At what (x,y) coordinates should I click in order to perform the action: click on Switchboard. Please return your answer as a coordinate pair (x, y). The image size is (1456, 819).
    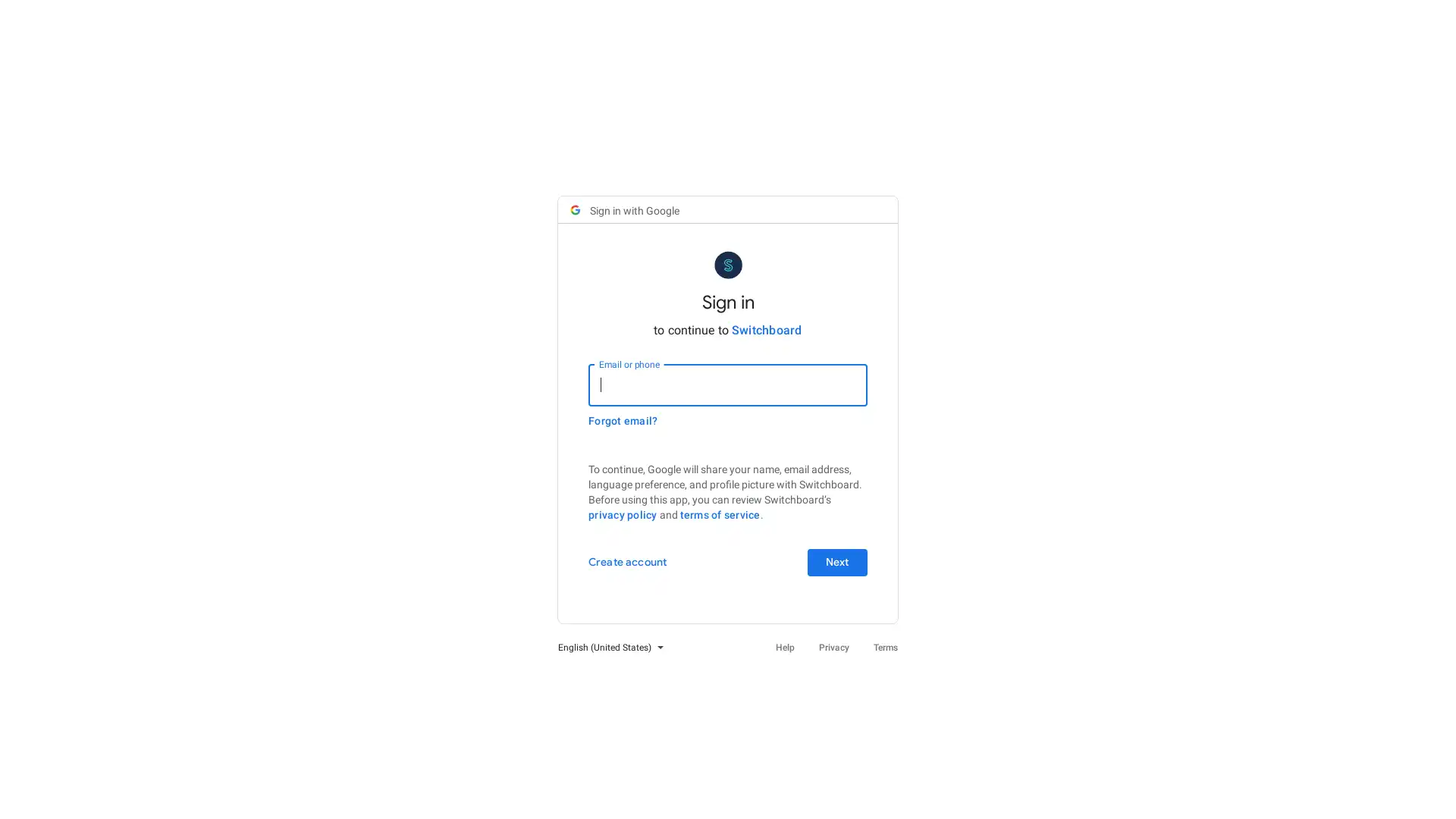
    Looking at the image, I should click on (766, 328).